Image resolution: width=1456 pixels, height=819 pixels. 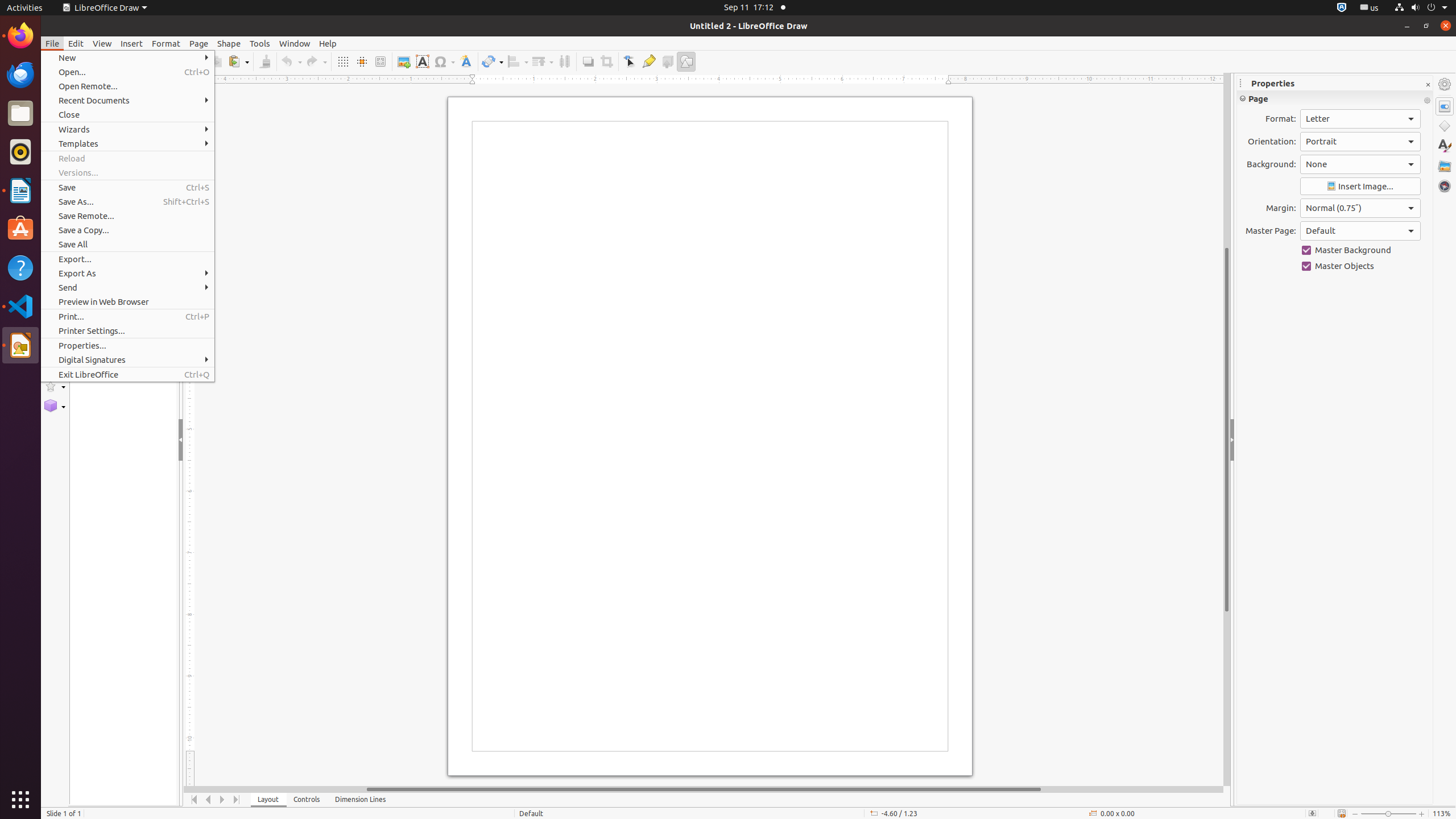 What do you see at coordinates (380, 61) in the screenshot?
I see `'Zoom & Pan'` at bounding box center [380, 61].